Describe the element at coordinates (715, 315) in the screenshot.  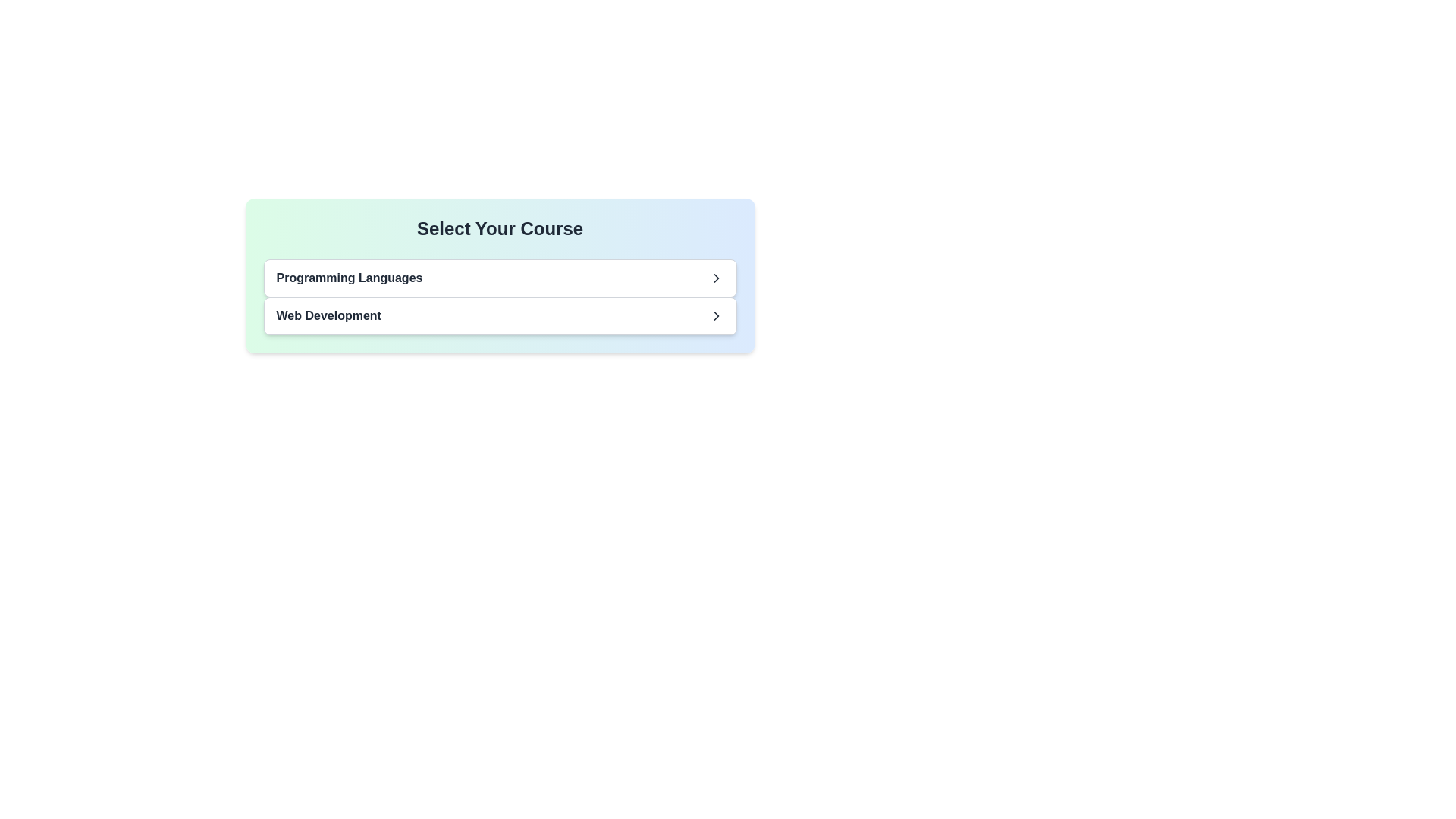
I see `the right-facing chevron icon on the 'Web Development' button to proceed` at that location.